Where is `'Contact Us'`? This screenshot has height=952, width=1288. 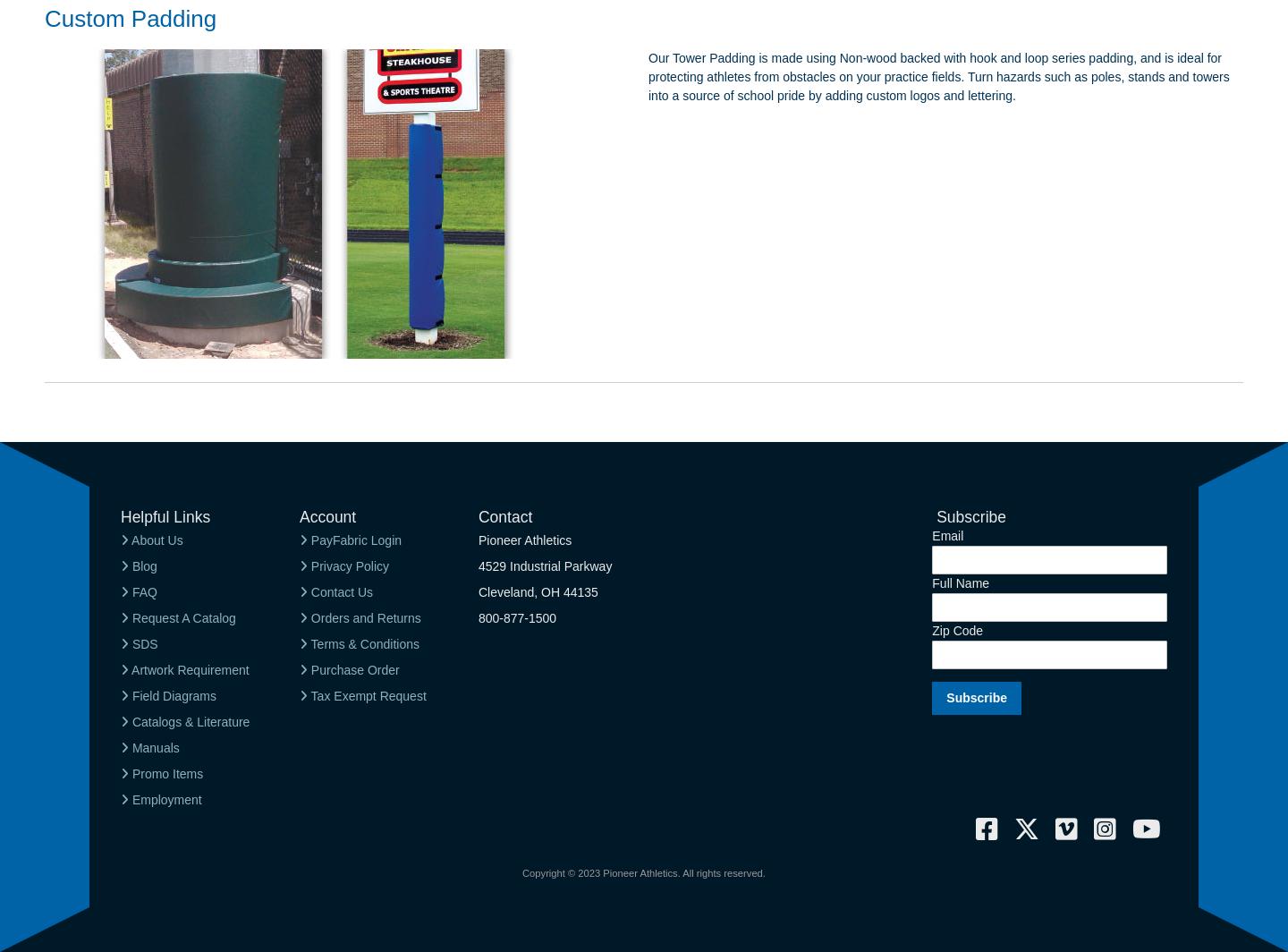 'Contact Us' is located at coordinates (307, 591).